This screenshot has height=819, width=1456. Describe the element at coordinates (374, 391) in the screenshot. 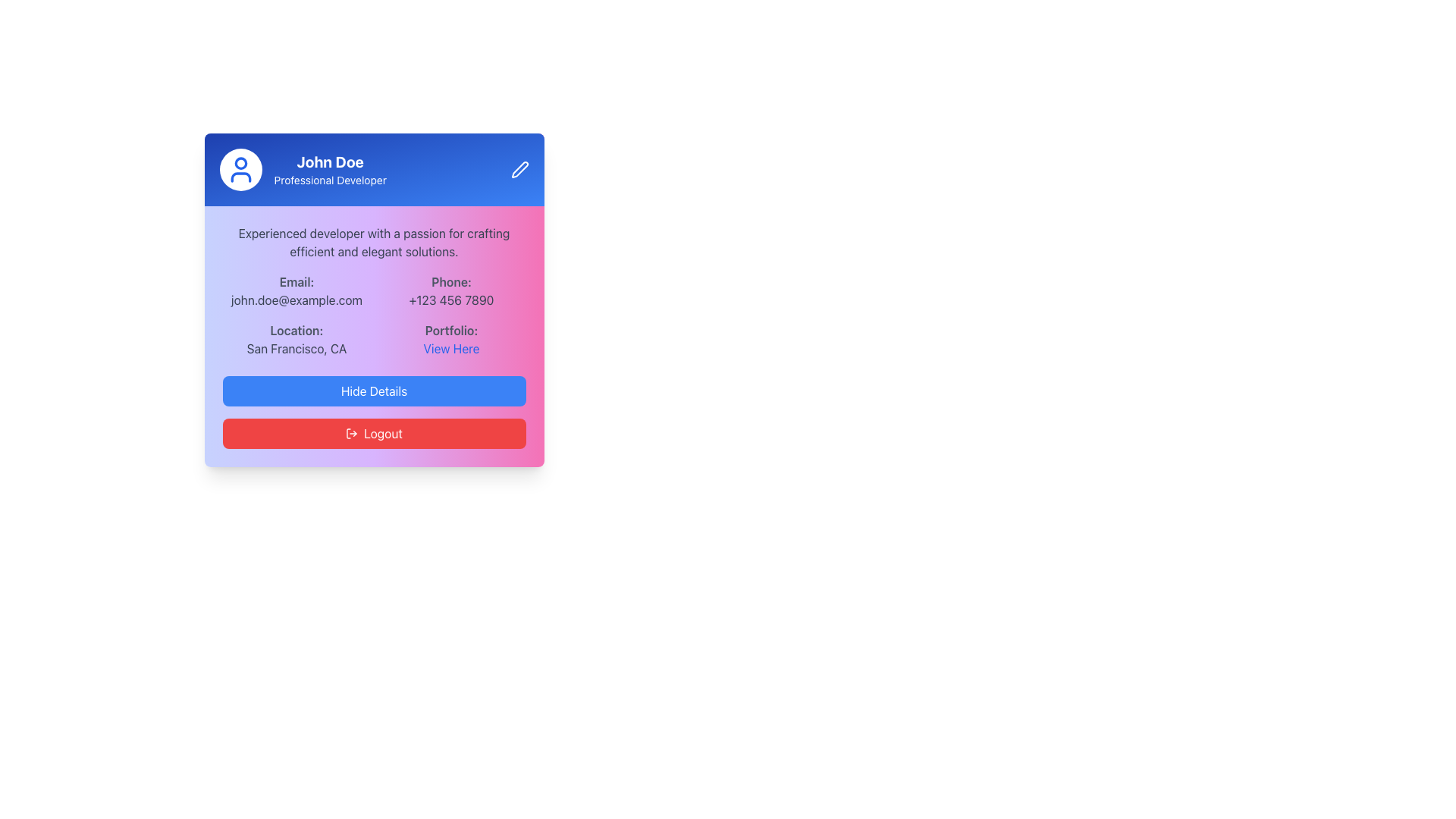

I see `the button with white text reading 'Hide Details' that has a bright blue background and is located within a card interface with a gradient purple-to-pink background` at that location.